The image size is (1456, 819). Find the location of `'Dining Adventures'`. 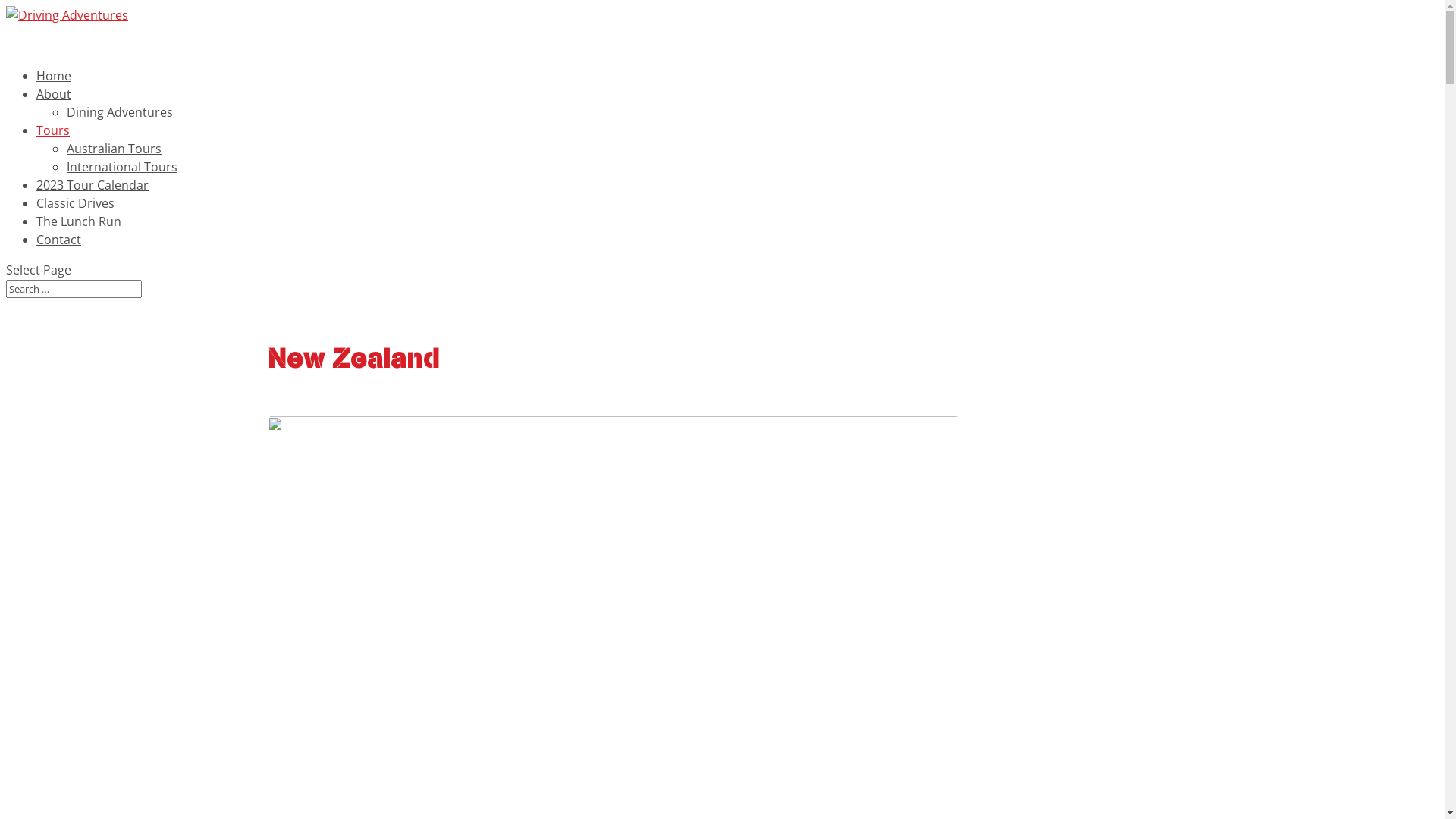

'Dining Adventures' is located at coordinates (65, 111).